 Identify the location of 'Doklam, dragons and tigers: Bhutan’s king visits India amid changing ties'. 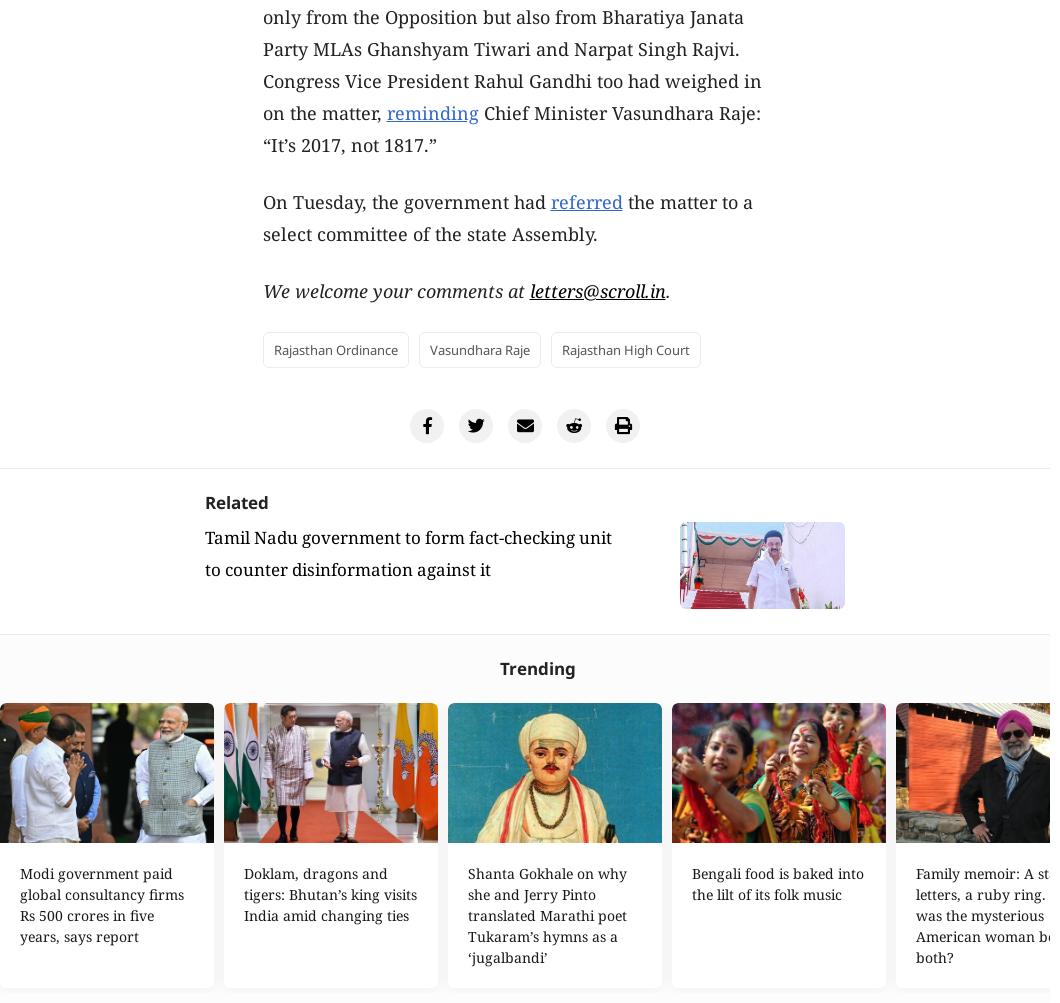
(330, 893).